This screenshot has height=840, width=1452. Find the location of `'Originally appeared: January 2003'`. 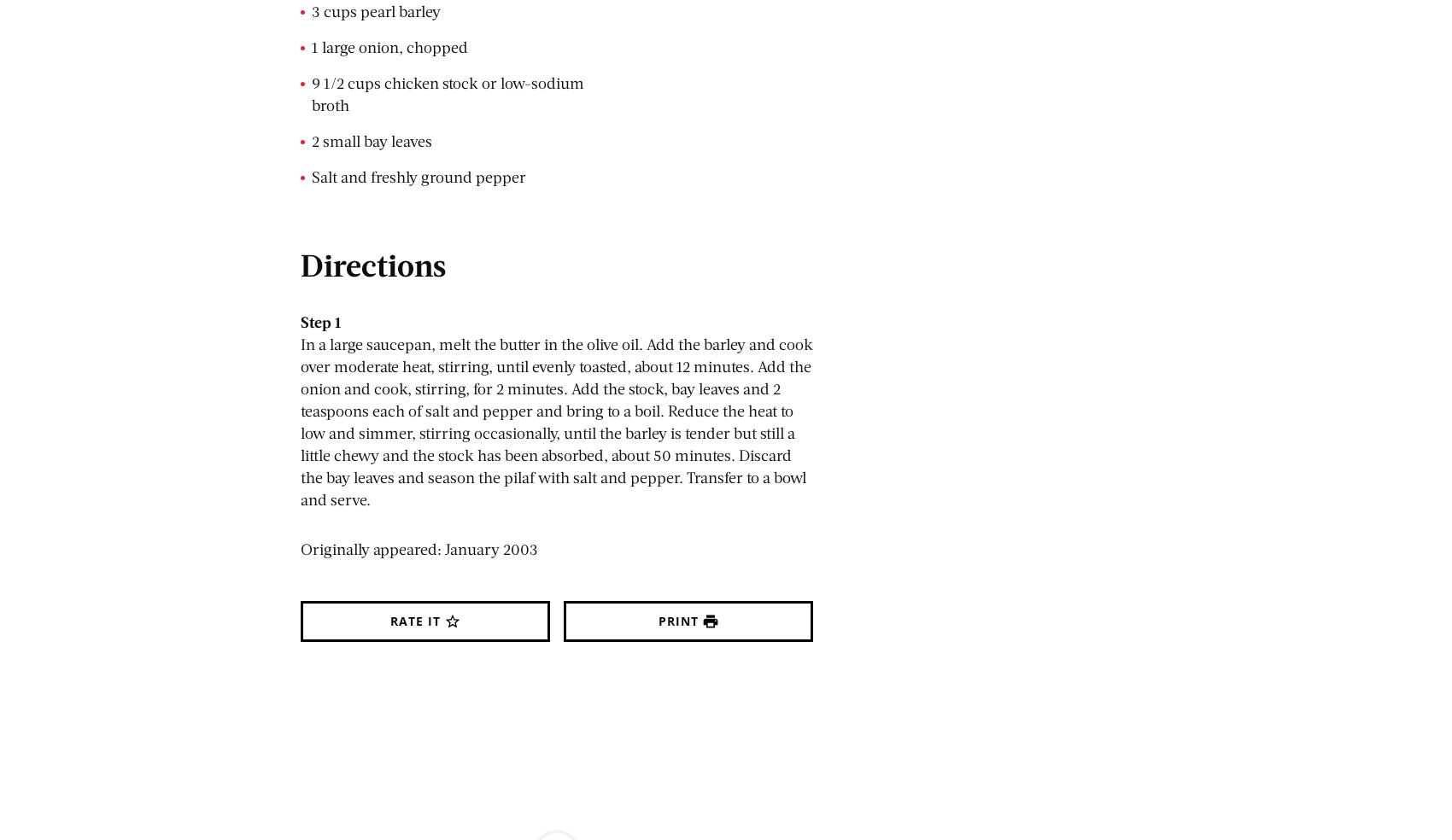

'Originally appeared: January 2003' is located at coordinates (419, 549).